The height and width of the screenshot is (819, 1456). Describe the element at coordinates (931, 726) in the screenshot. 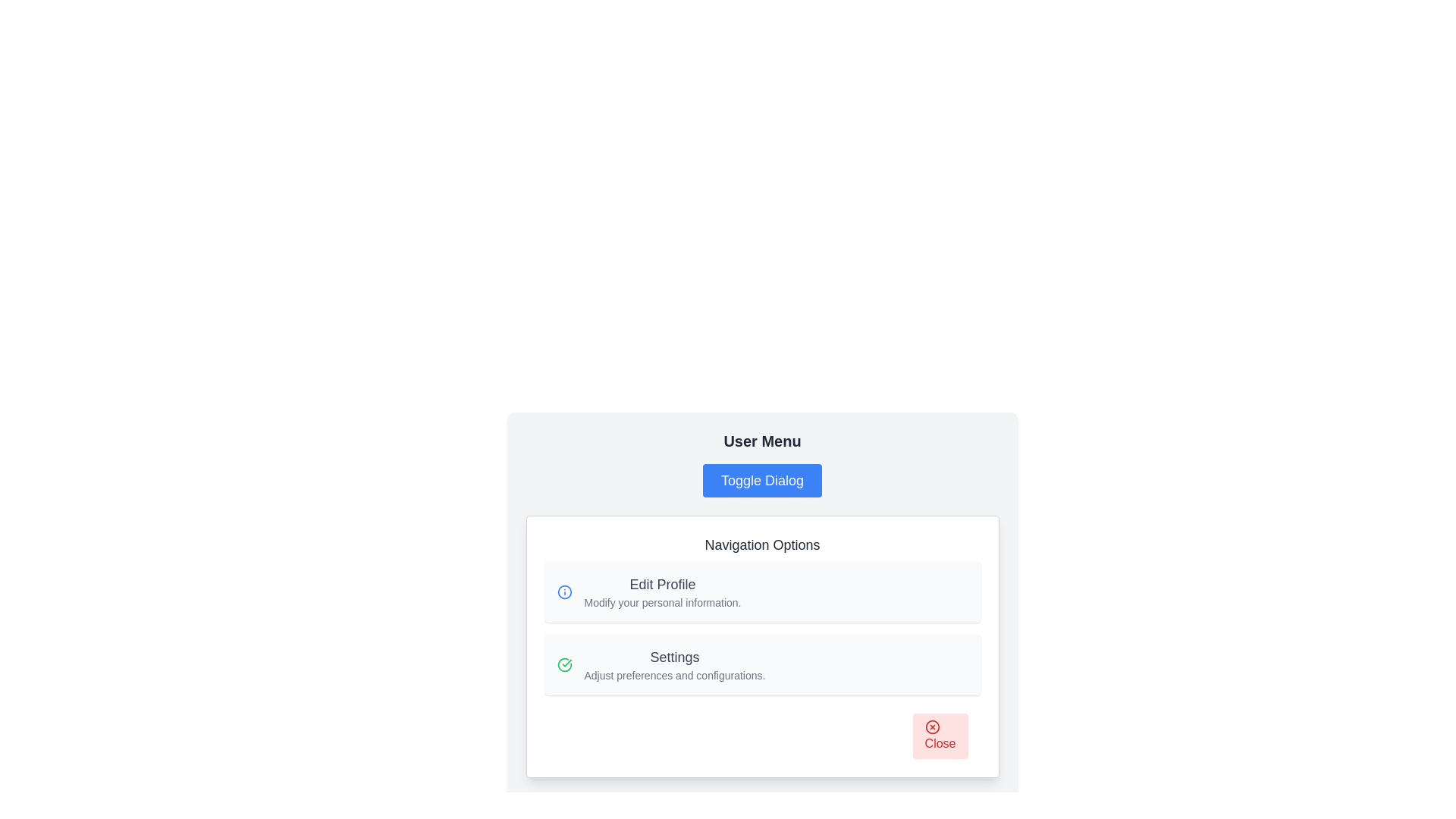

I see `the Circular close button icon located at the bottom-right corner of the dialog box` at that location.